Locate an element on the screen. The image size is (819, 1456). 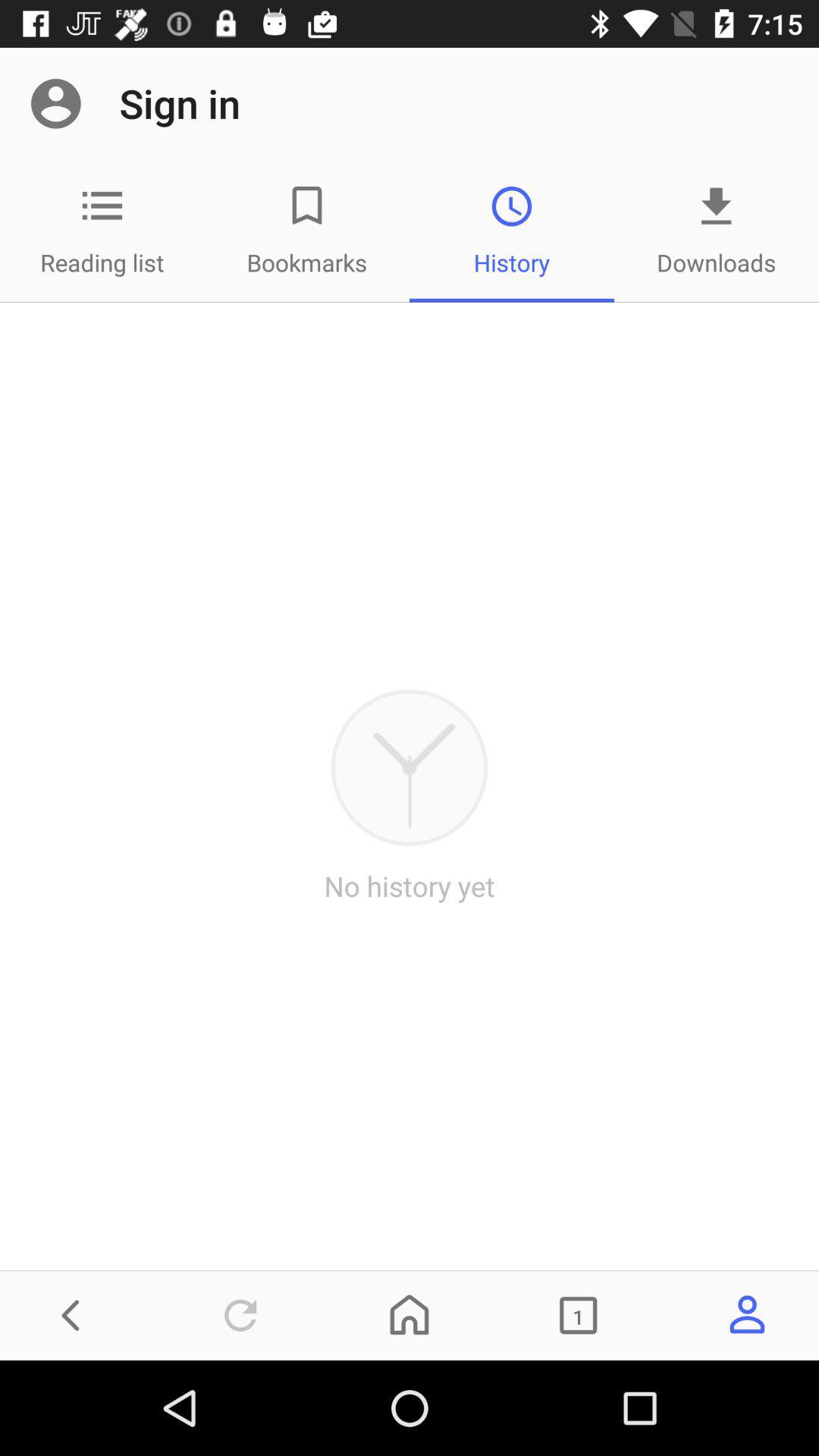
the home icon is located at coordinates (409, 1314).